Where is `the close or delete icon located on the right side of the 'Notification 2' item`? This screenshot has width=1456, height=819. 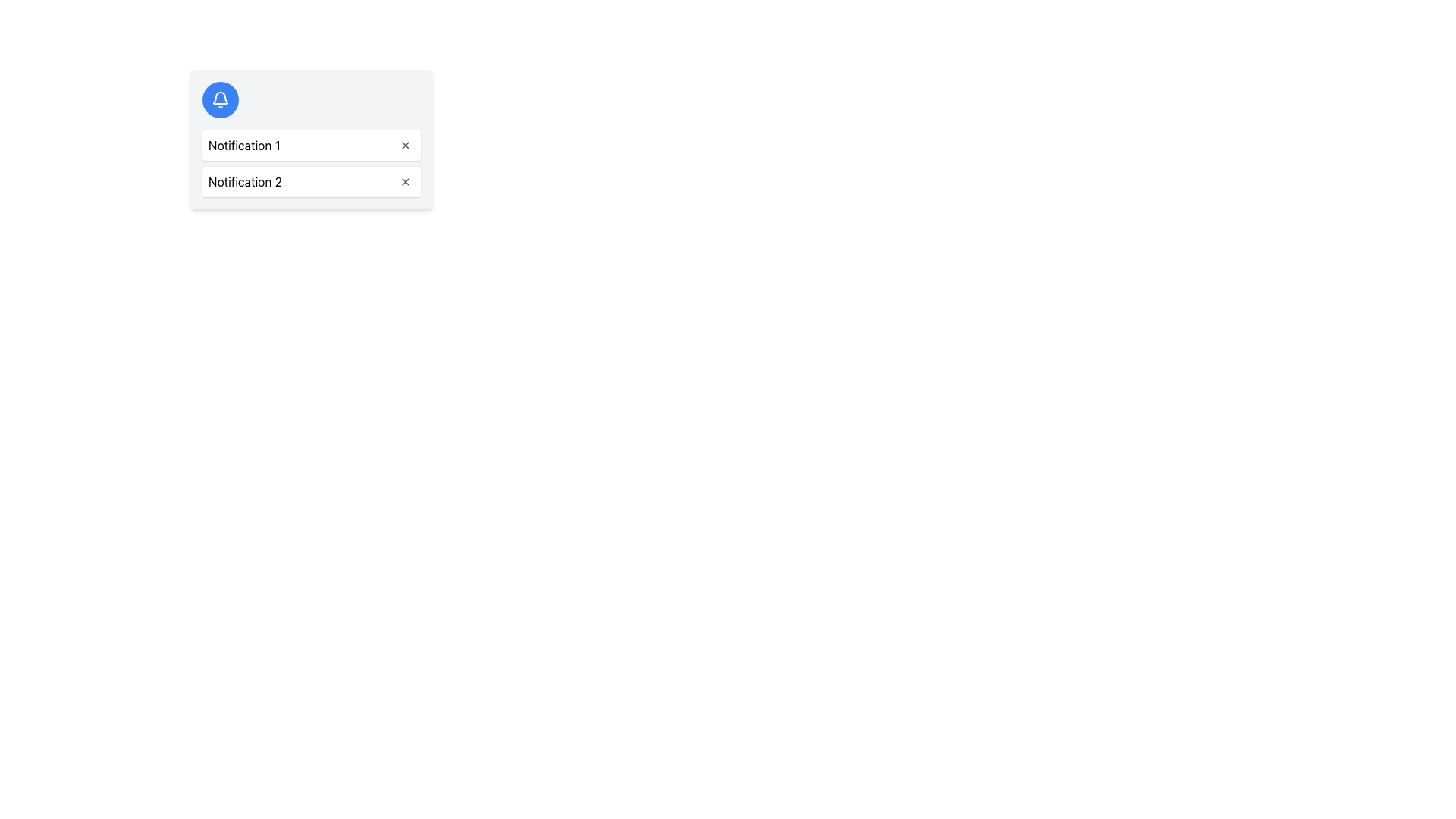 the close or delete icon located on the right side of the 'Notification 2' item is located at coordinates (405, 180).